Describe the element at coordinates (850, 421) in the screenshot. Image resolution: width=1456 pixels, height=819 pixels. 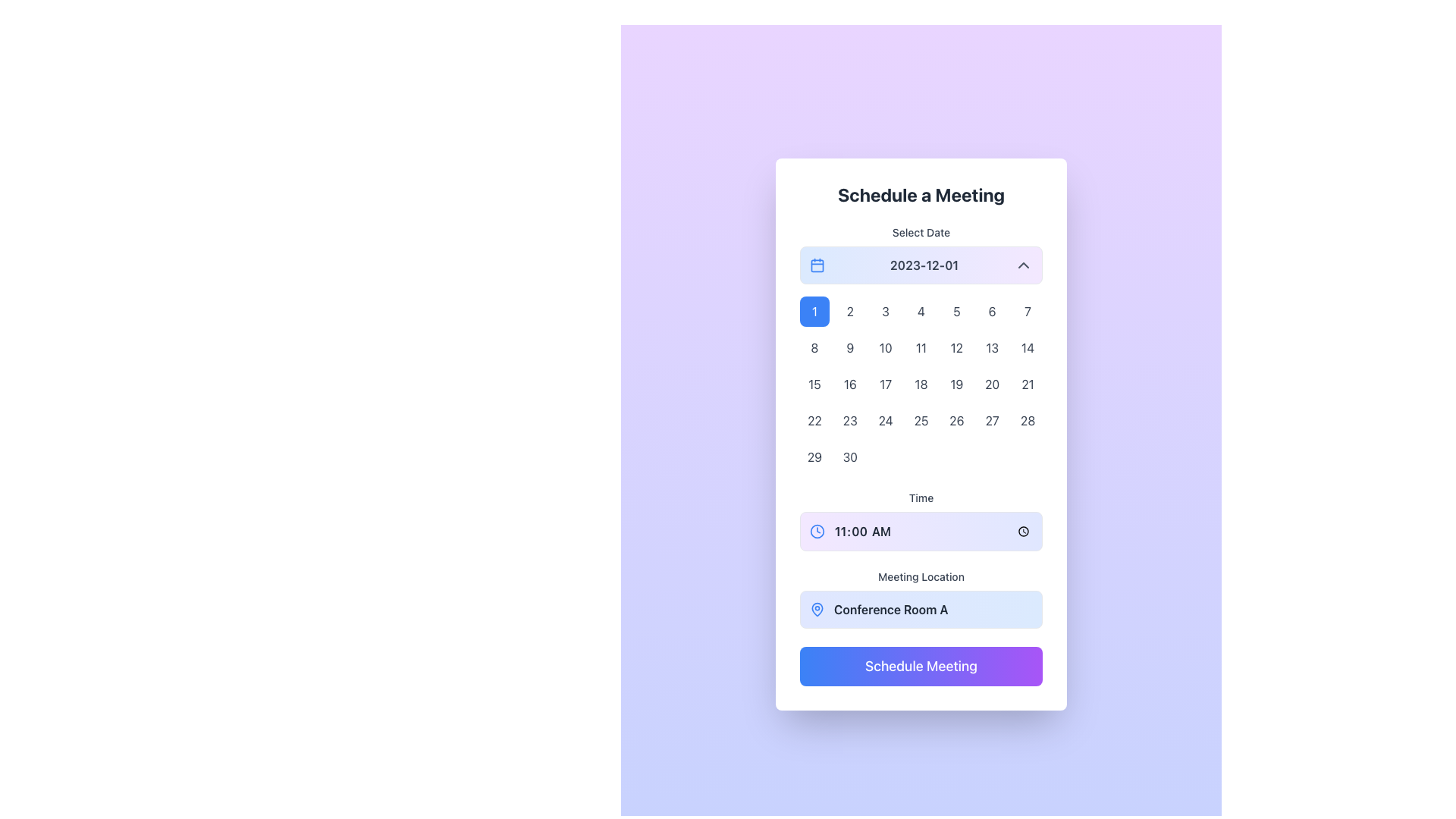
I see `the square-shaped button with rounded corners labeled '23' in gray font located in the fourth row, second column of the calendar grid` at that location.